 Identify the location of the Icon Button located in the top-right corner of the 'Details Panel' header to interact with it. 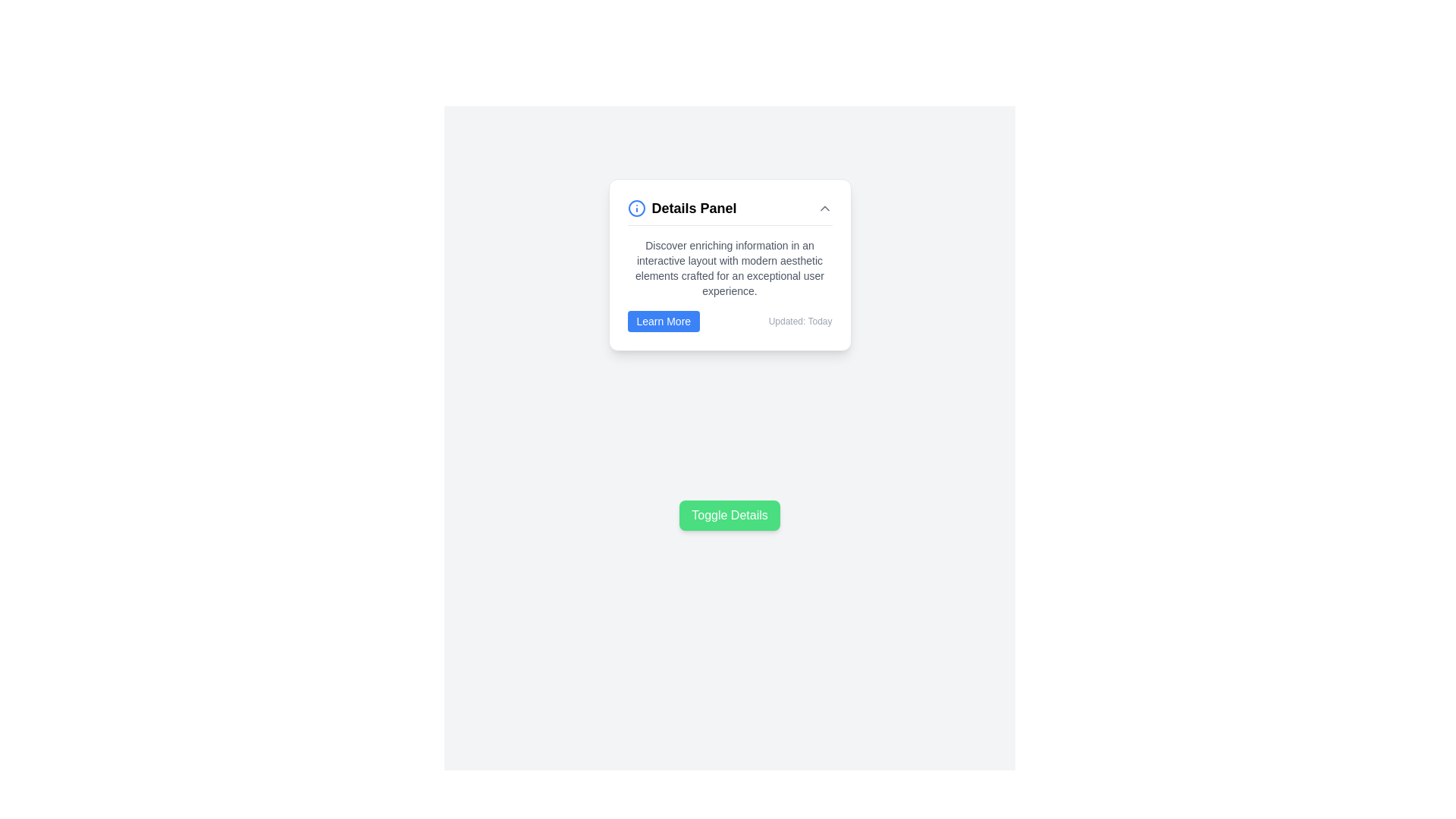
(824, 208).